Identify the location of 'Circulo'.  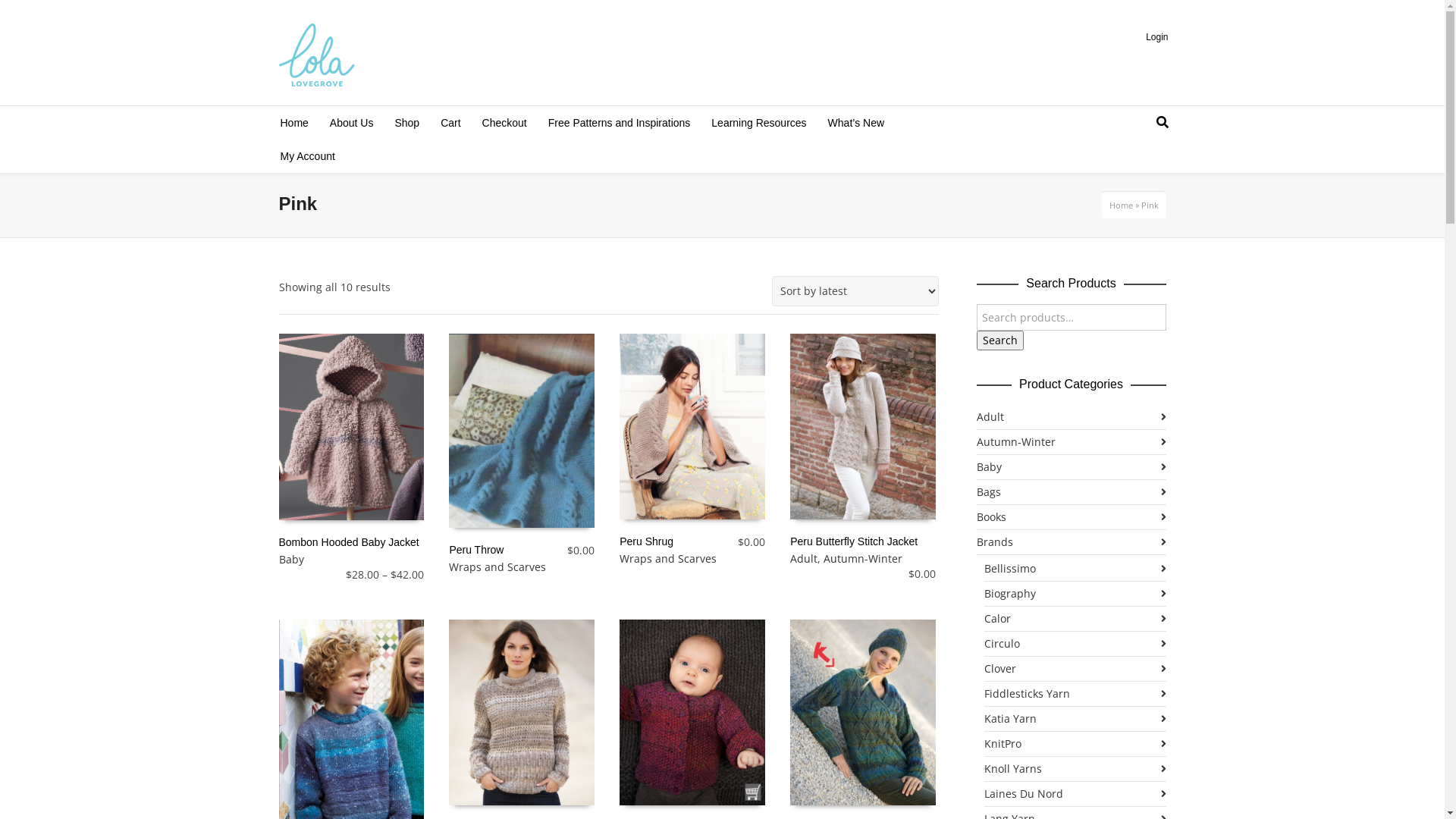
(984, 643).